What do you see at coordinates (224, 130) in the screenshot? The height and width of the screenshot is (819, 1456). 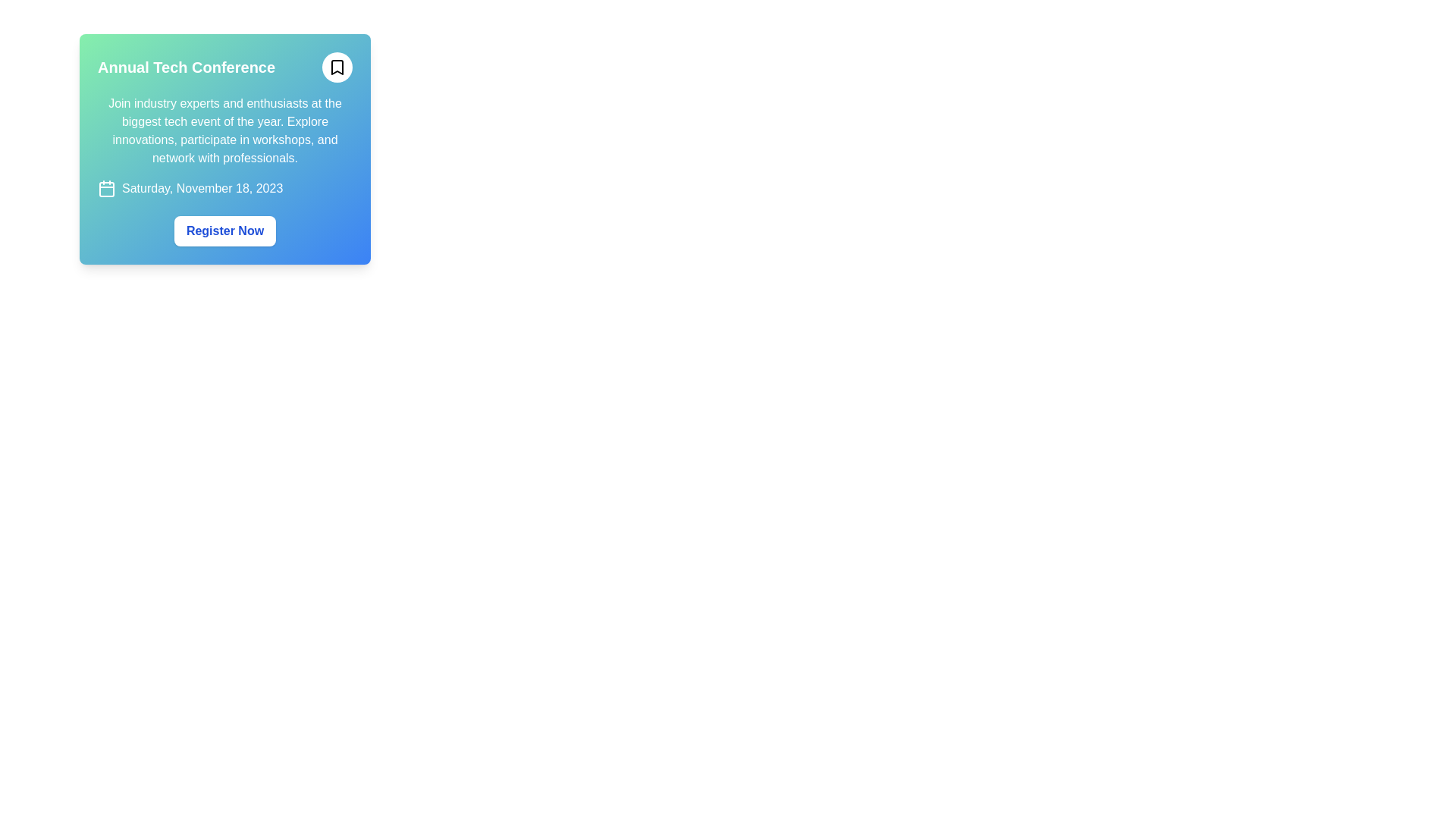 I see `the text block that provides detailed information about the Annual Tech Conference, which is centered in a blue-to-green gradient panel` at bounding box center [224, 130].